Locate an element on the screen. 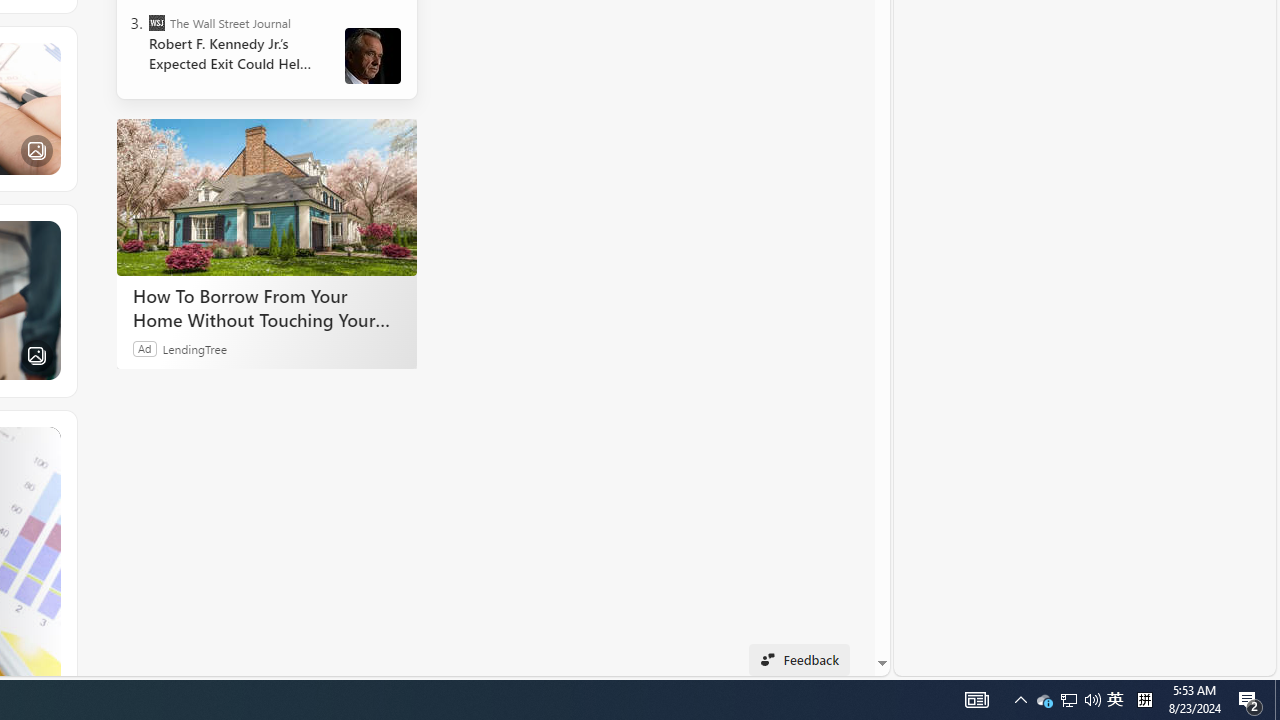  'The Wall Street Journal' is located at coordinates (155, 23).